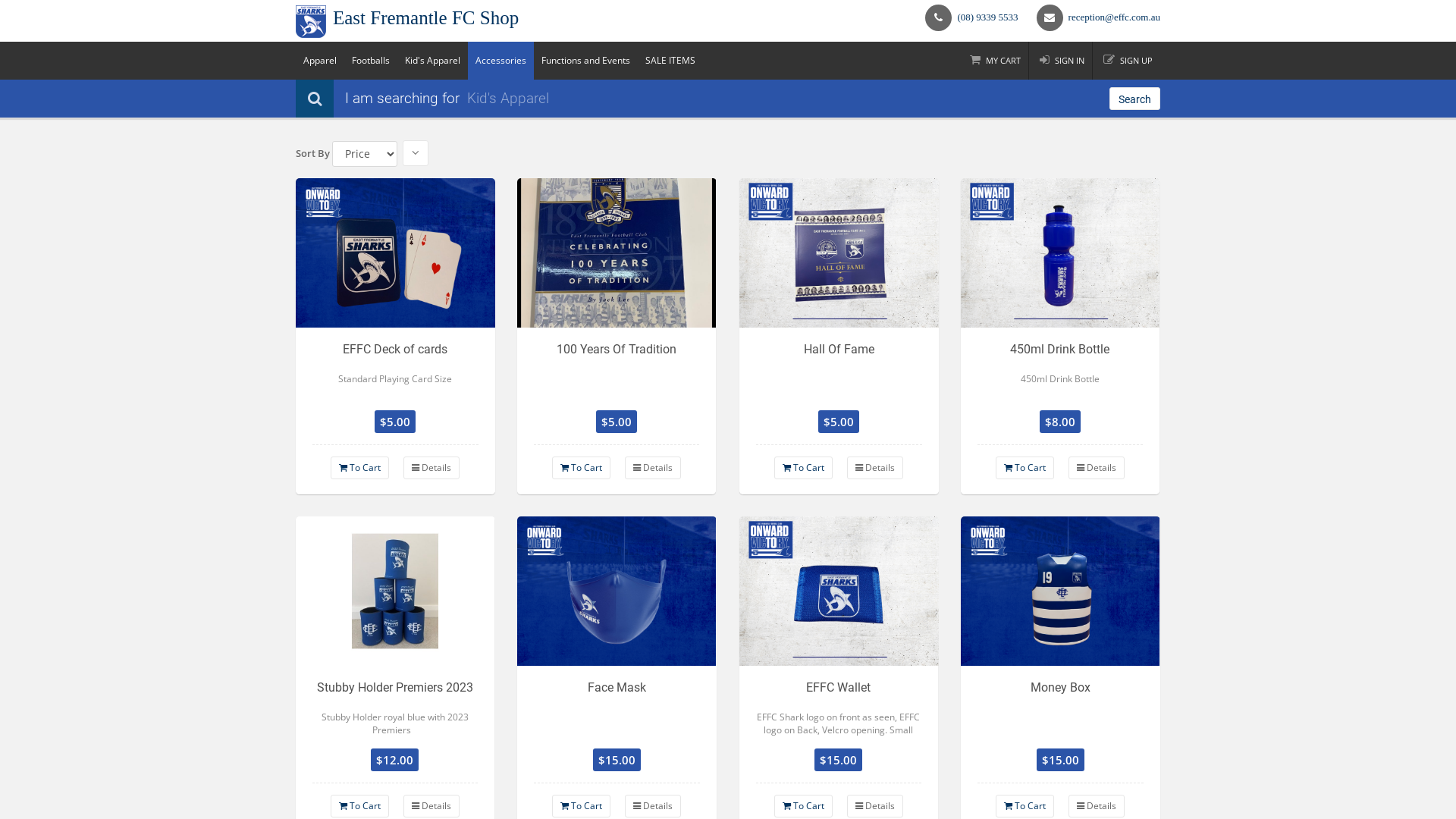 The image size is (1456, 819). I want to click on 'Money Box', so click(1059, 590).